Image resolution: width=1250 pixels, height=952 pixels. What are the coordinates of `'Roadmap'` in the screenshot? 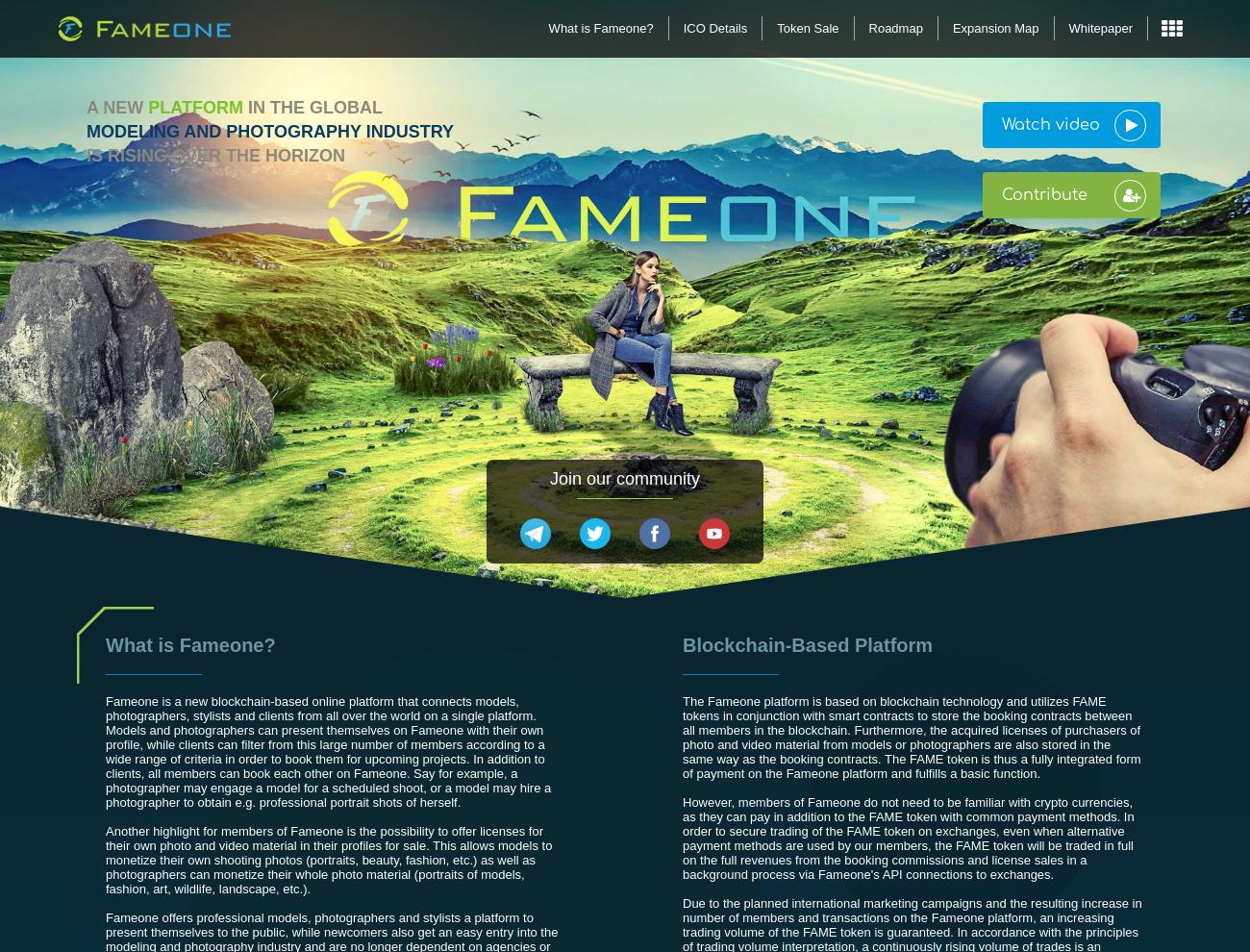 It's located at (895, 27).